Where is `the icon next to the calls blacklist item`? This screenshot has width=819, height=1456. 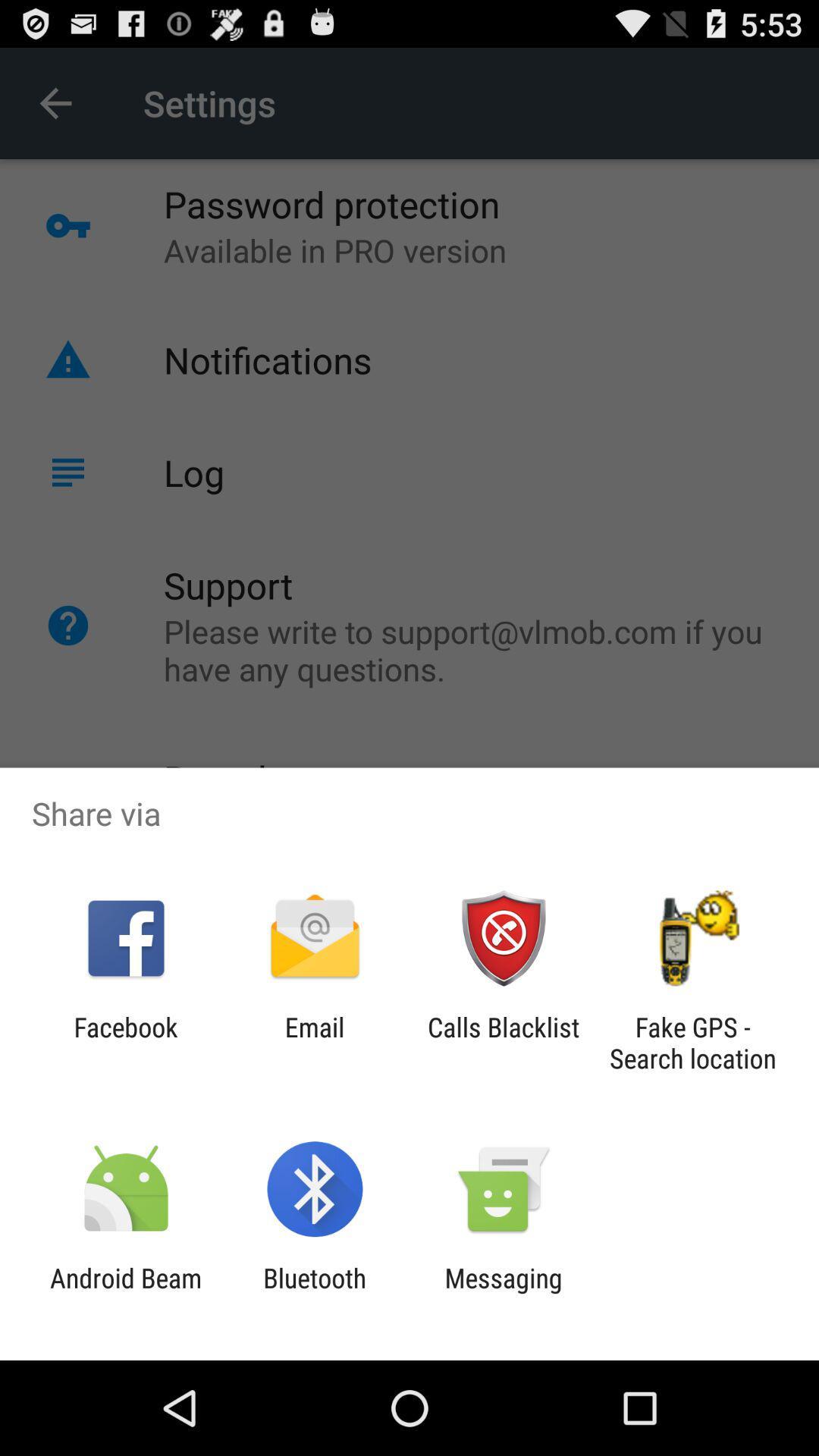
the icon next to the calls blacklist item is located at coordinates (314, 1042).